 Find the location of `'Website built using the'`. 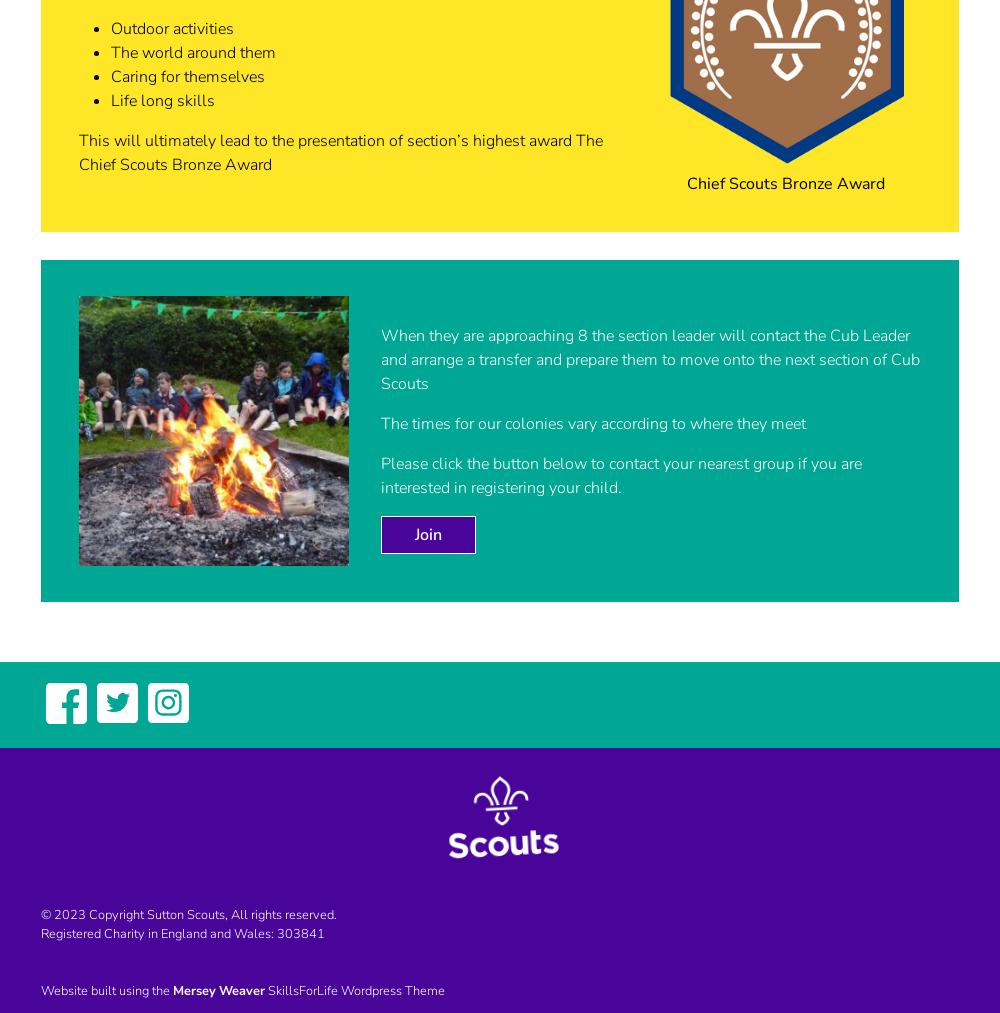

'Website built using the' is located at coordinates (106, 991).